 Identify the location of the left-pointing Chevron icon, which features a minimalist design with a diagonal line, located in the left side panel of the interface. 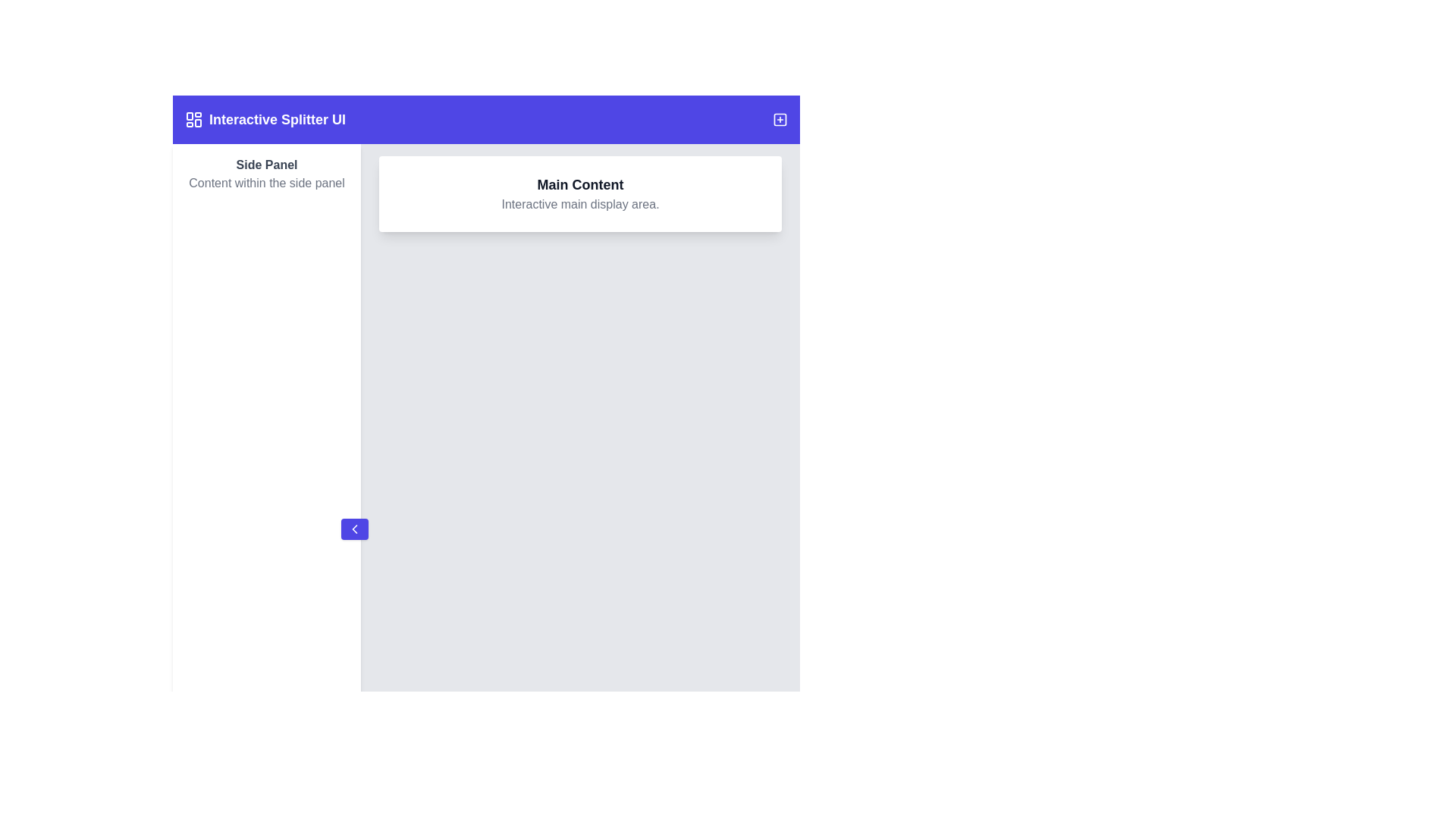
(354, 529).